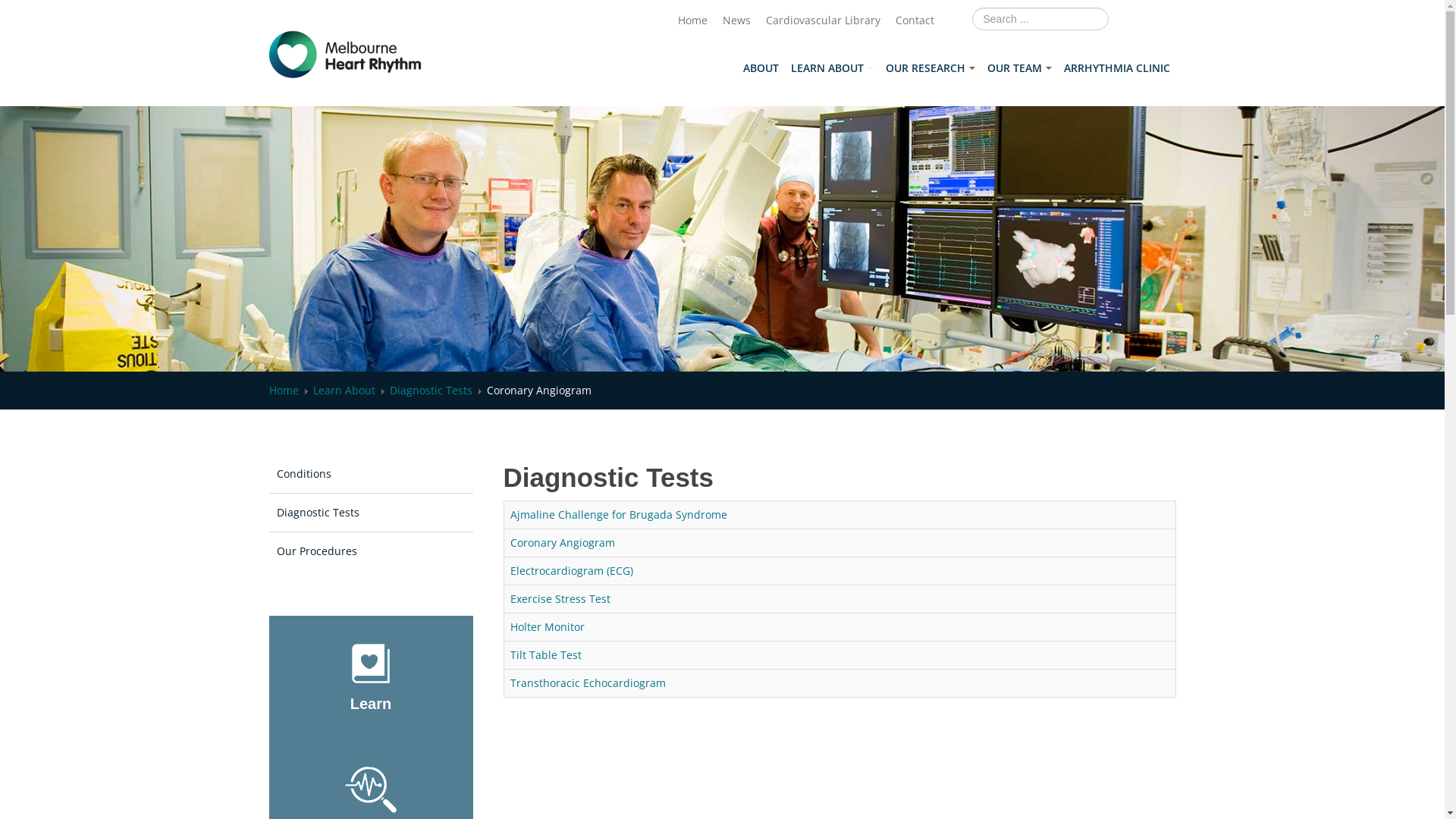 The width and height of the screenshot is (1456, 819). Describe the element at coordinates (913, 20) in the screenshot. I see `'Contact'` at that location.